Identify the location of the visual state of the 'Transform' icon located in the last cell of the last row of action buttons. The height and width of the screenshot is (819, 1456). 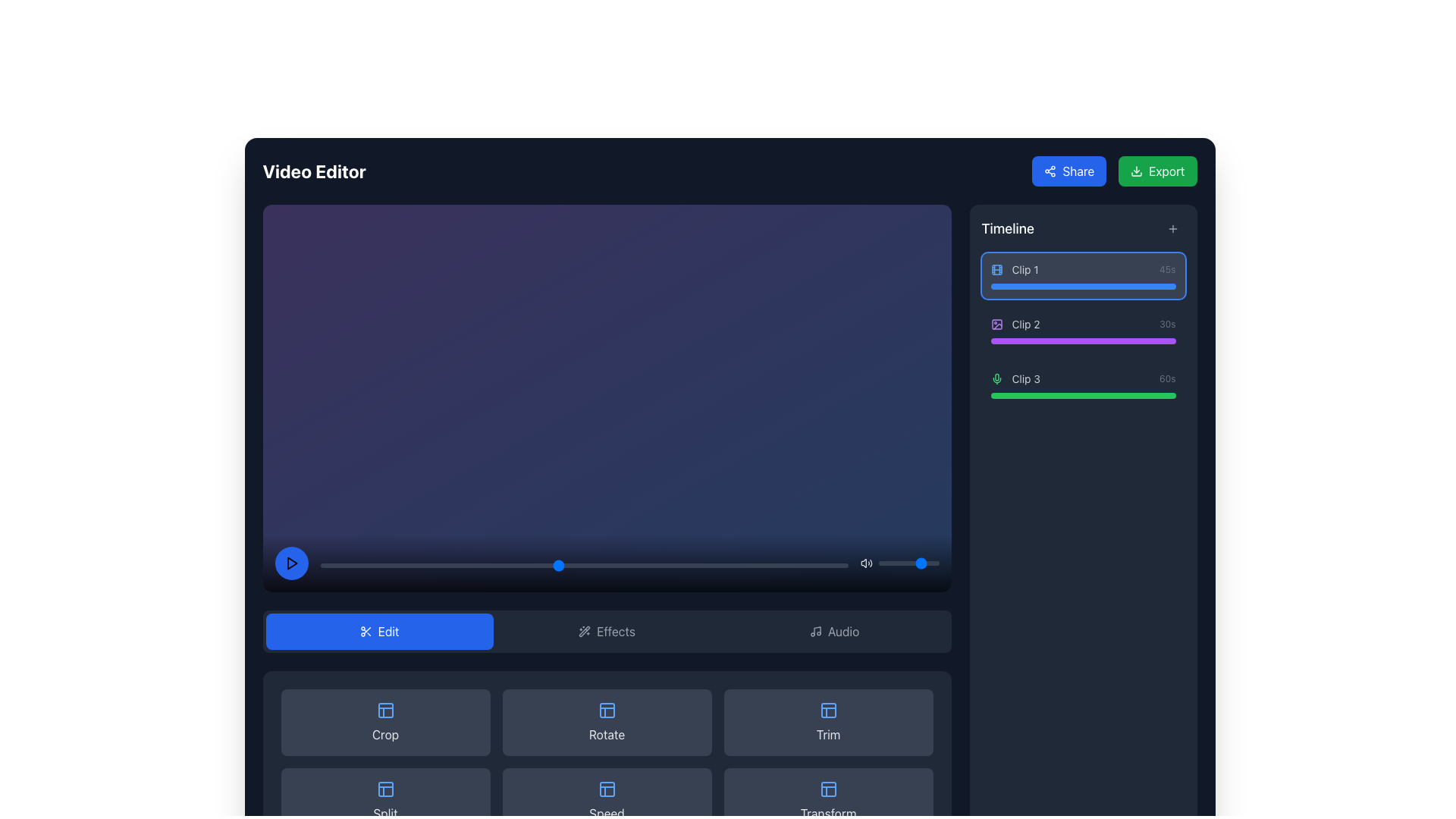
(827, 788).